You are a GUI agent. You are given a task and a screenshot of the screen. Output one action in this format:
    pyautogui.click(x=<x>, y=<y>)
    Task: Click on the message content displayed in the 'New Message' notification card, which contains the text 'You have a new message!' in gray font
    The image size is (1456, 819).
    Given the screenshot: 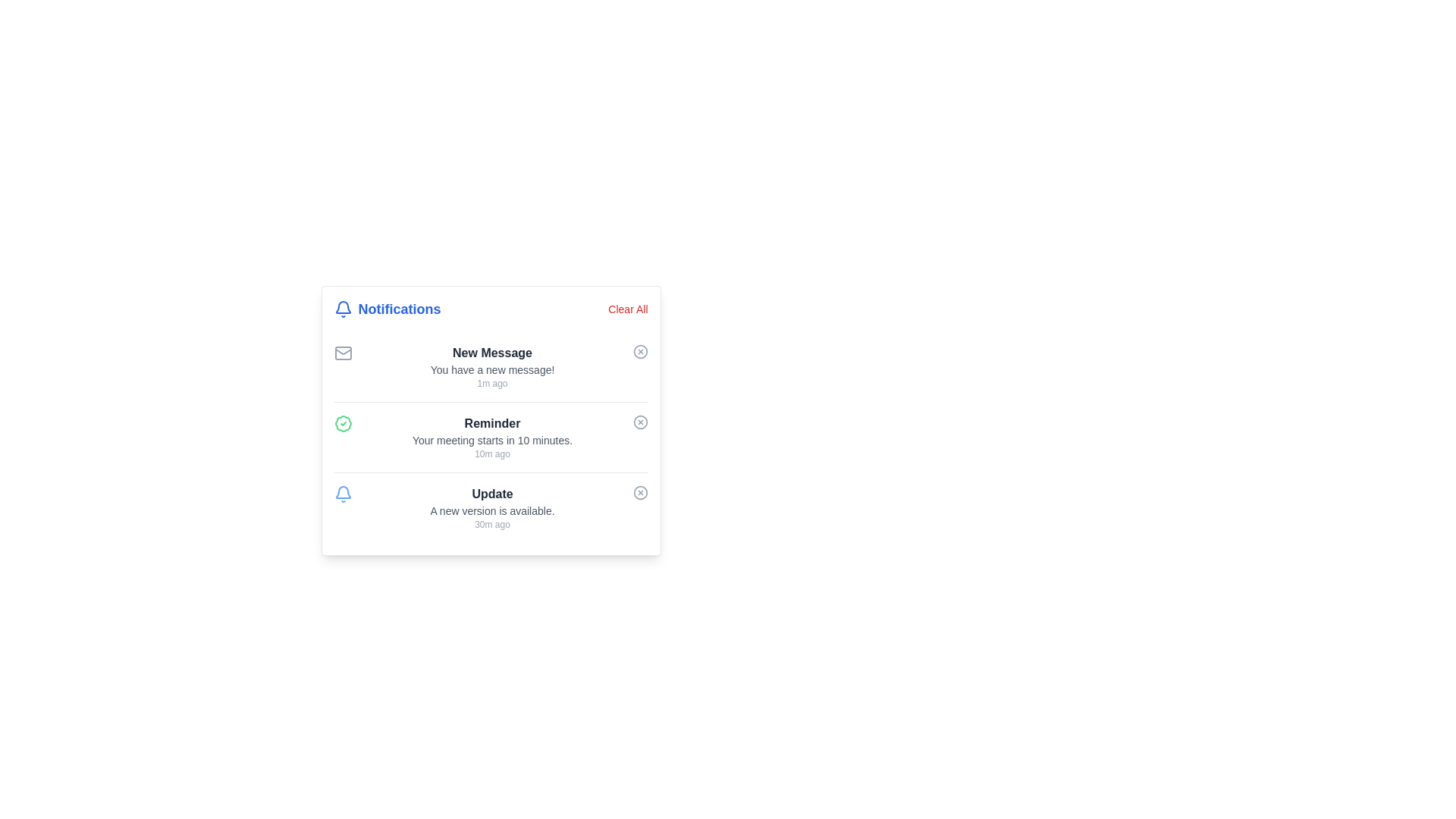 What is the action you would take?
    pyautogui.click(x=492, y=370)
    